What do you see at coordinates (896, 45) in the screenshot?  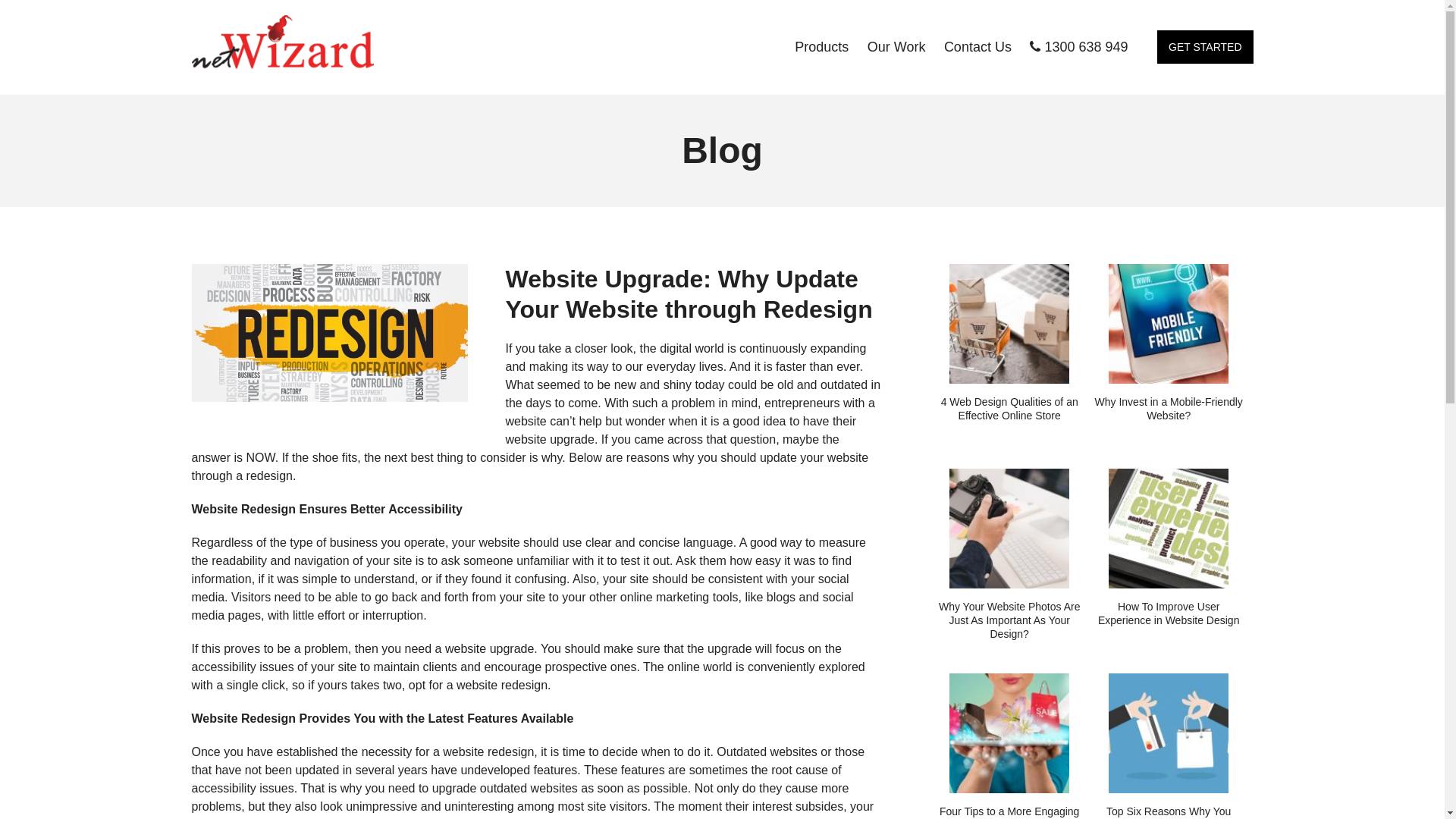 I see `'Our Work'` at bounding box center [896, 45].